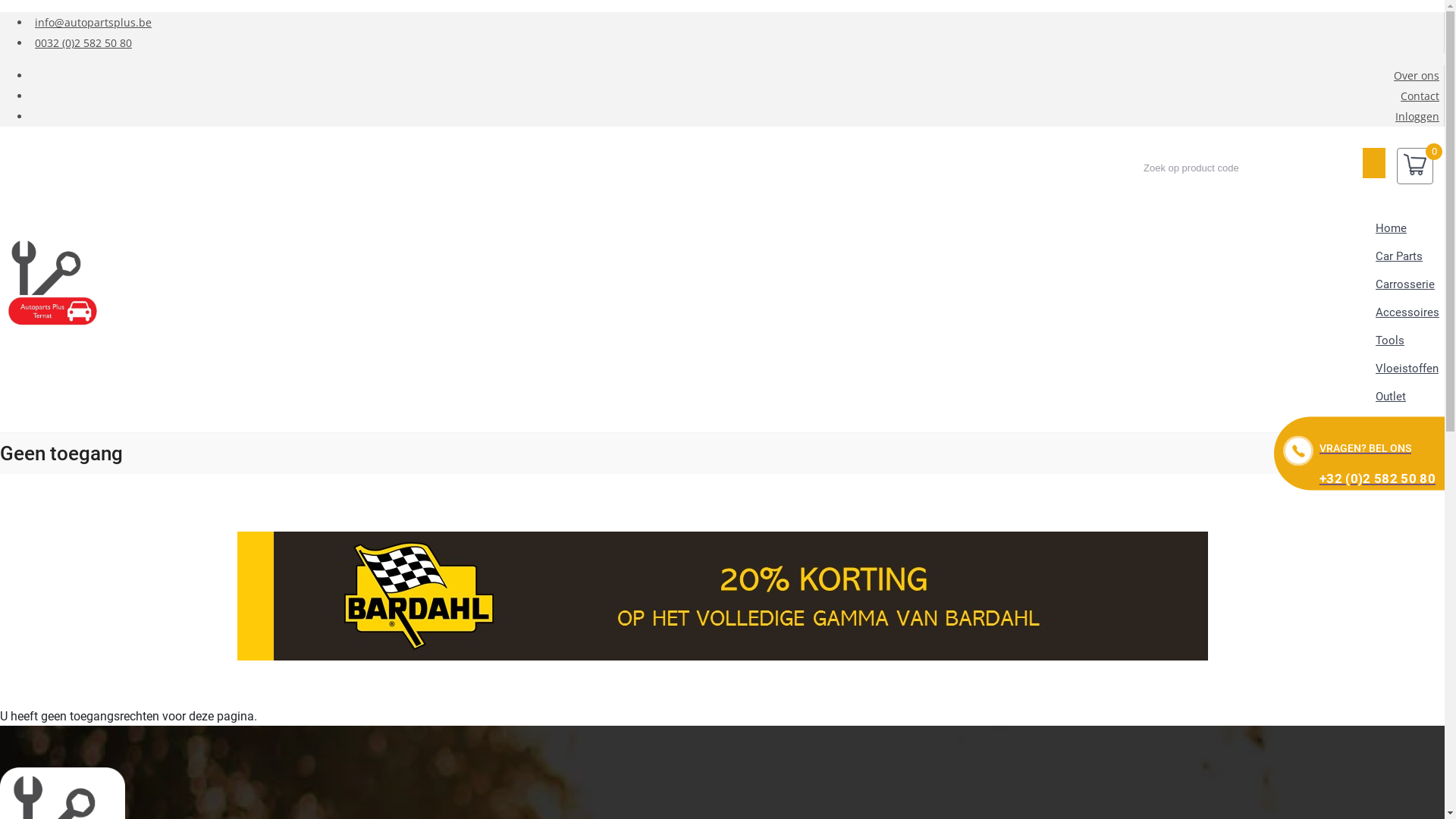  I want to click on 'Car Parts', so click(1398, 256).